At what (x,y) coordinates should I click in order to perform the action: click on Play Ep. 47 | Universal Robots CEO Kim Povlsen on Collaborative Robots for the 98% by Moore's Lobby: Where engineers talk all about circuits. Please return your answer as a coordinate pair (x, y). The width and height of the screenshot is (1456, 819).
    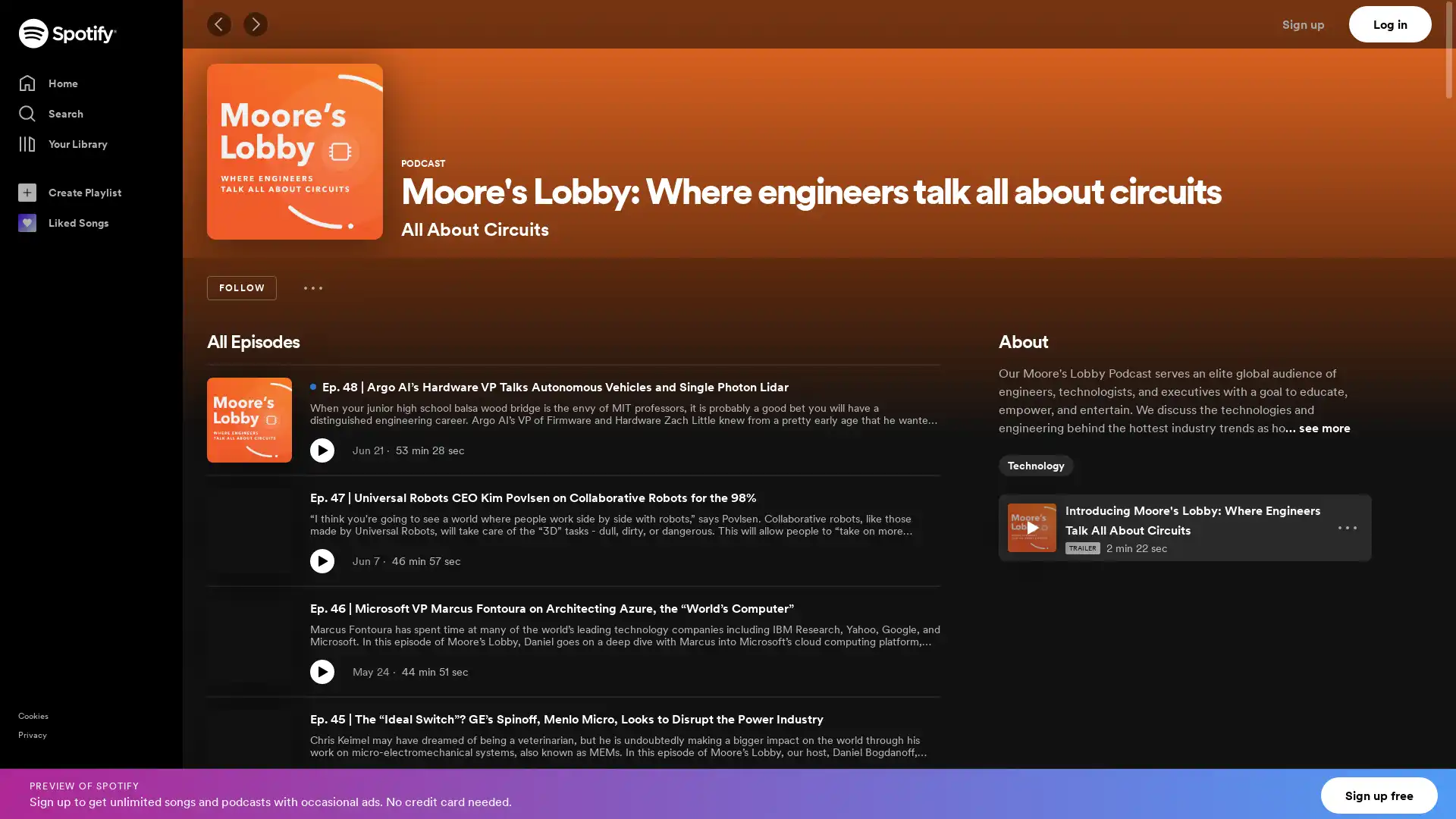
    Looking at the image, I should click on (322, 561).